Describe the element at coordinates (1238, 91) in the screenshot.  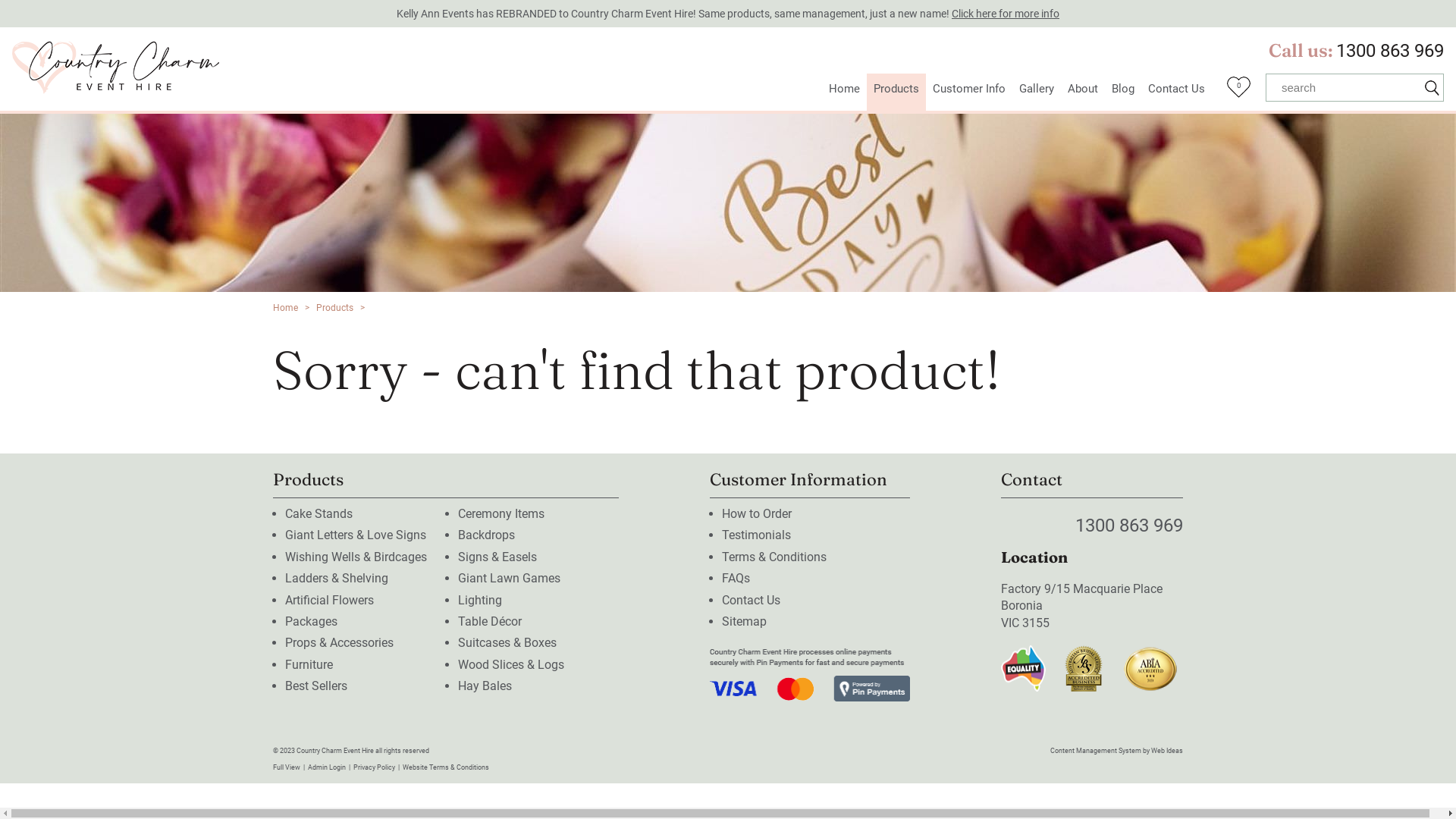
I see `'0'` at that location.